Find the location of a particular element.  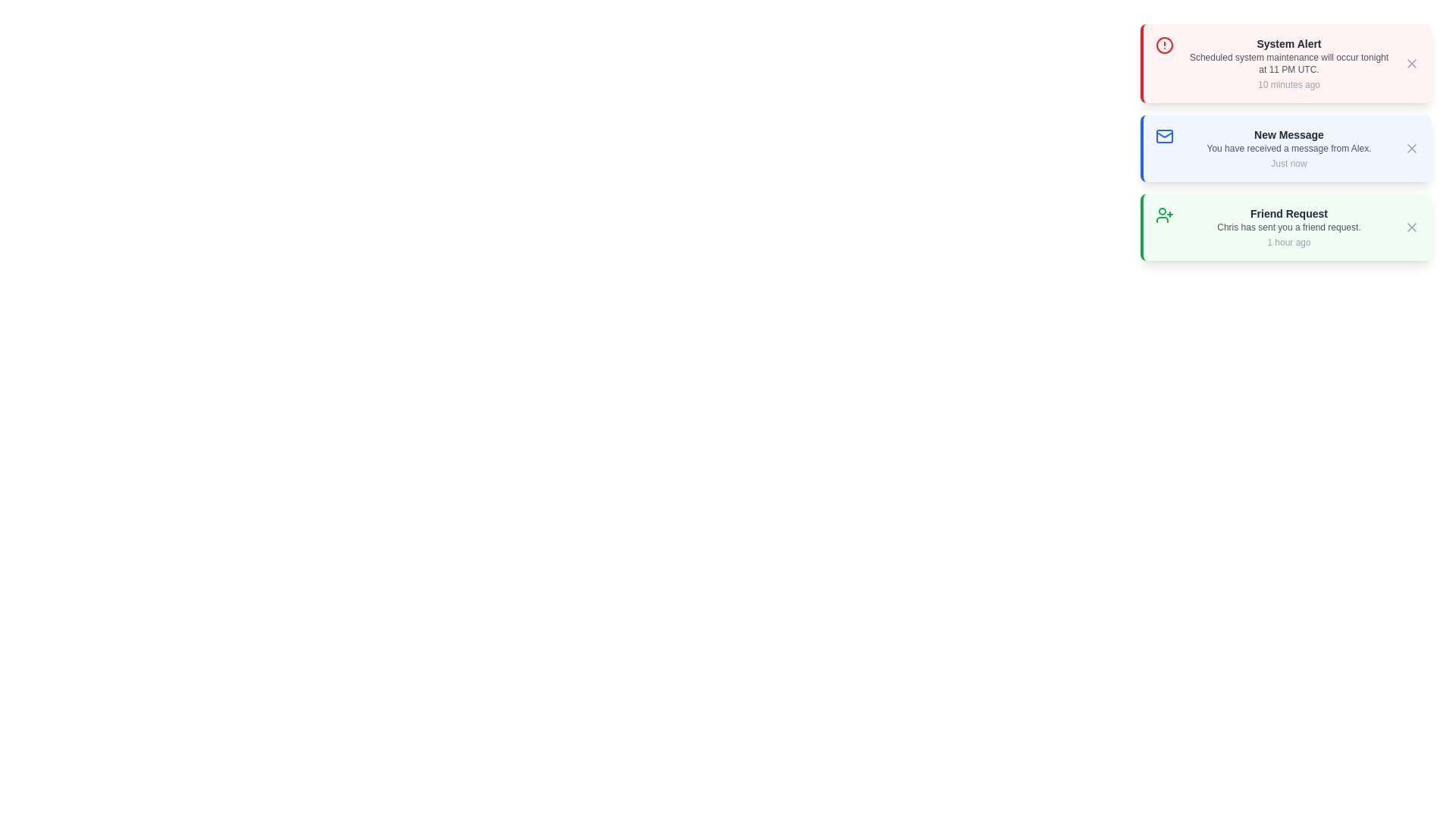

the main body of the envelope icon, which is a rounded rectangle within the SVG notification for 'New Message' is located at coordinates (1164, 136).